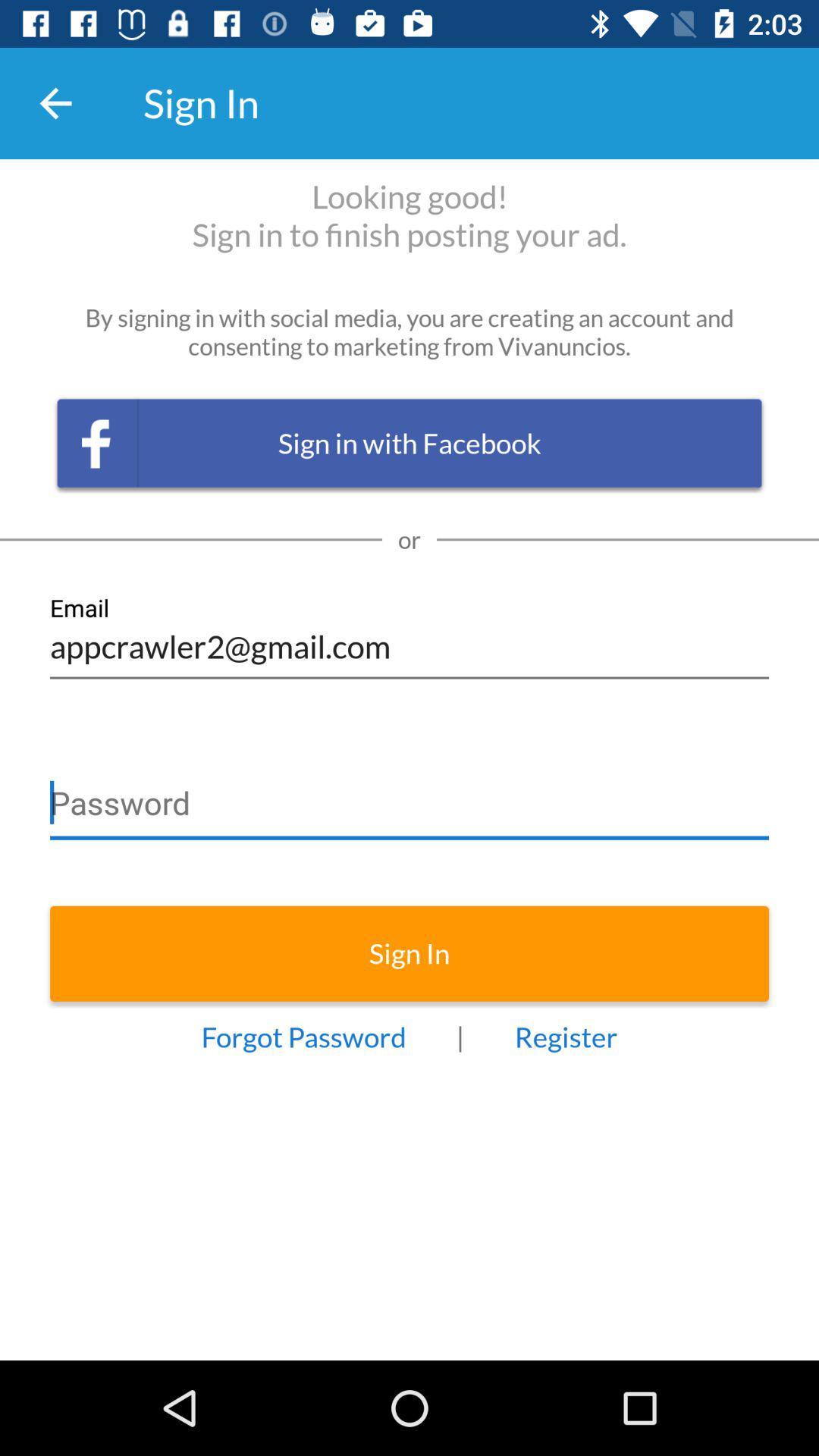 This screenshot has width=819, height=1456. What do you see at coordinates (566, 1036) in the screenshot?
I see `the item next to the |` at bounding box center [566, 1036].